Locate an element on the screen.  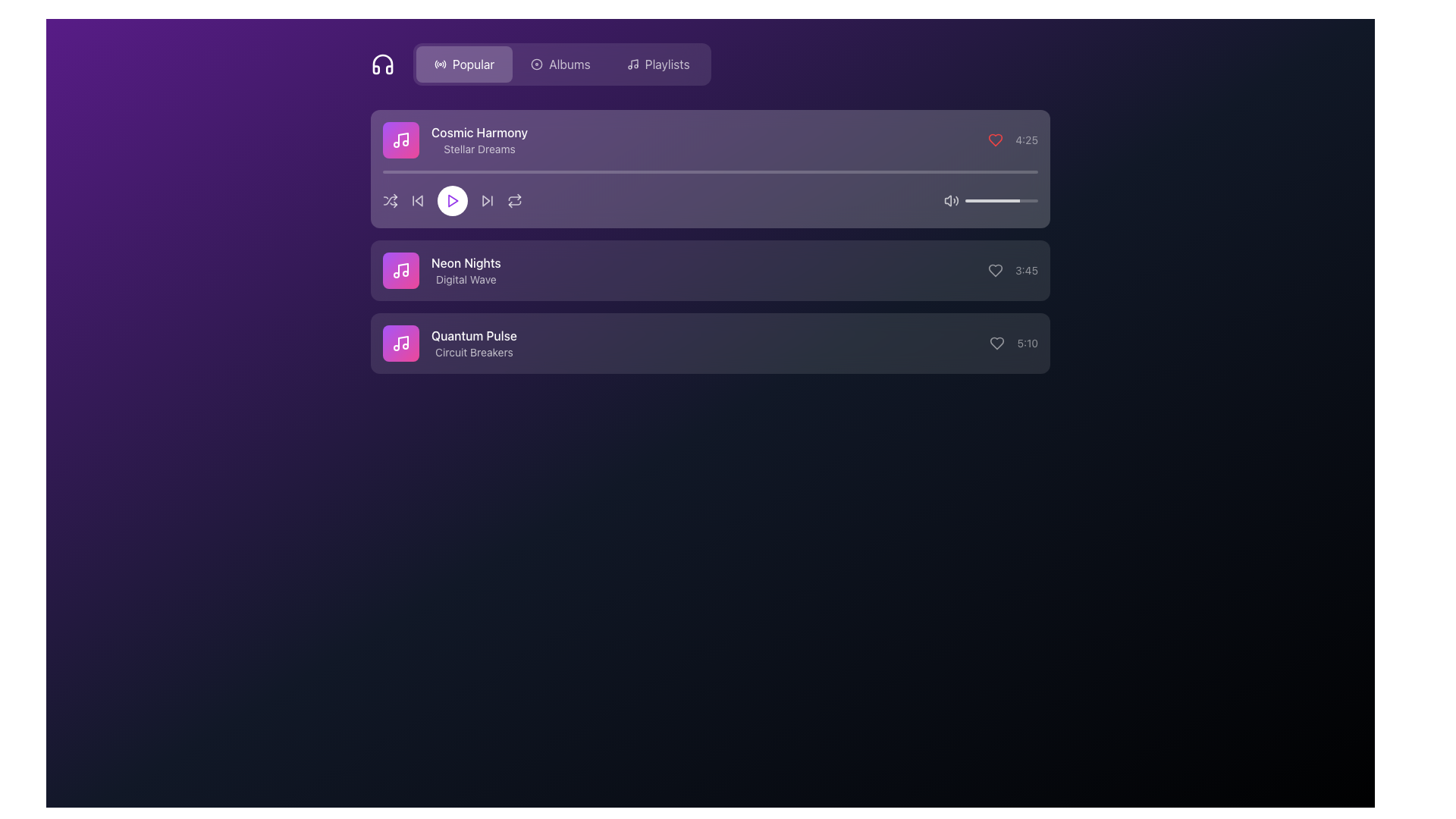
the 'Albums' text-based navigation item in the top-center navigation bar is located at coordinates (569, 63).